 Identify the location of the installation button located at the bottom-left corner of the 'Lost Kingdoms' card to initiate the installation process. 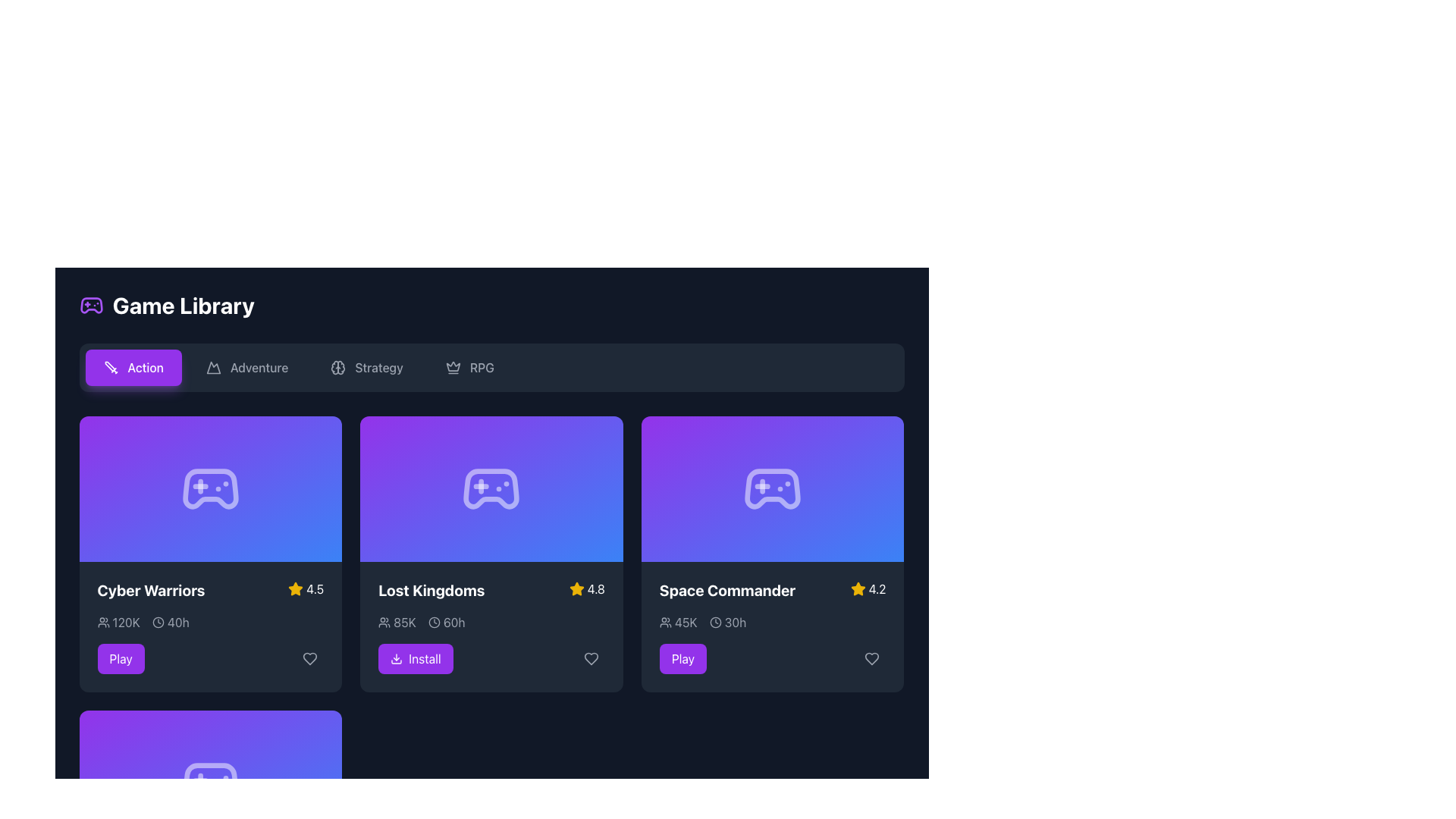
(491, 657).